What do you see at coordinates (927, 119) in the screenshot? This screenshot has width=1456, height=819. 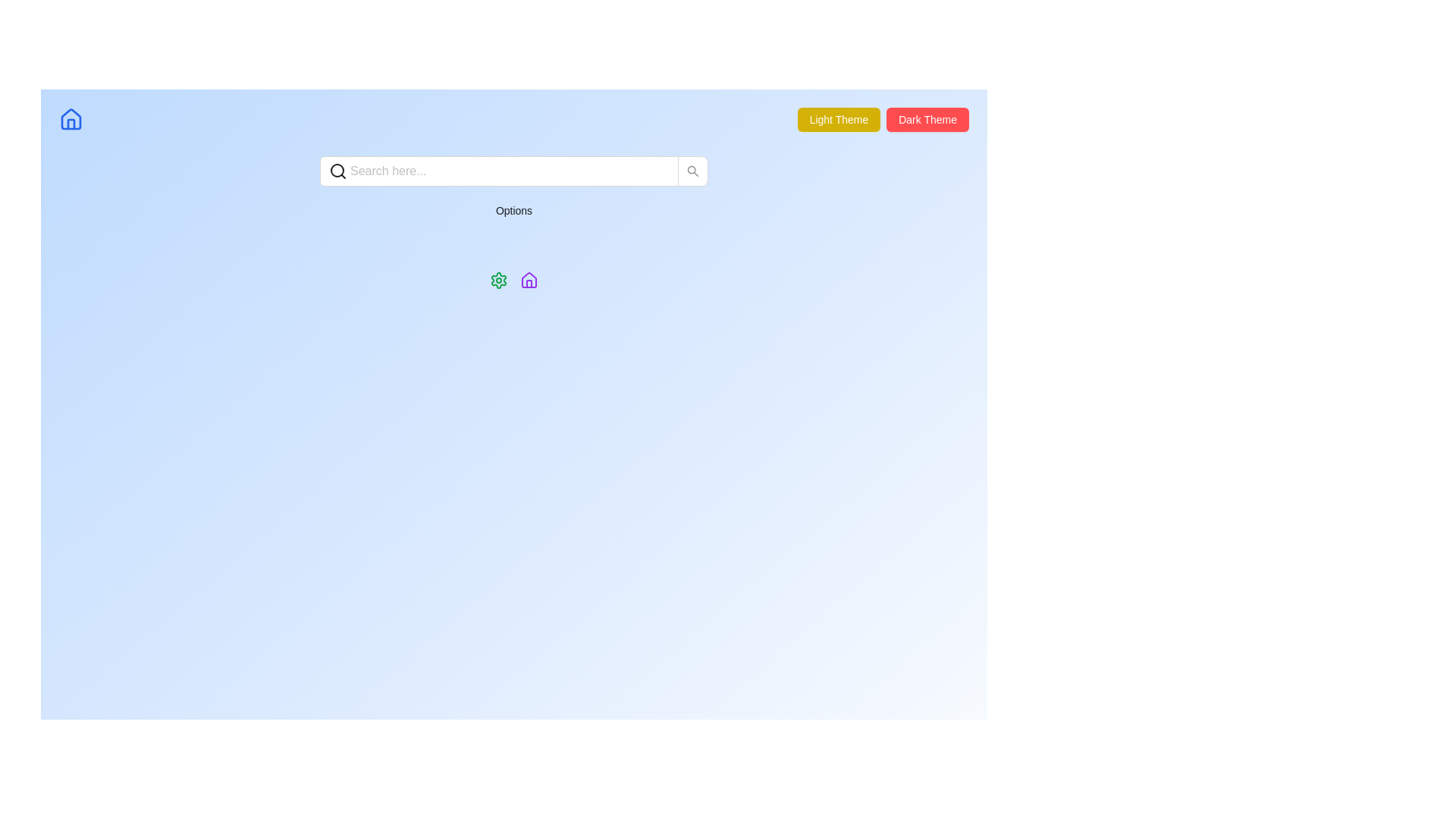 I see `the rectangular button with a red background and white text reading 'Dark Theme' located in the top-right corner of the interface` at bounding box center [927, 119].